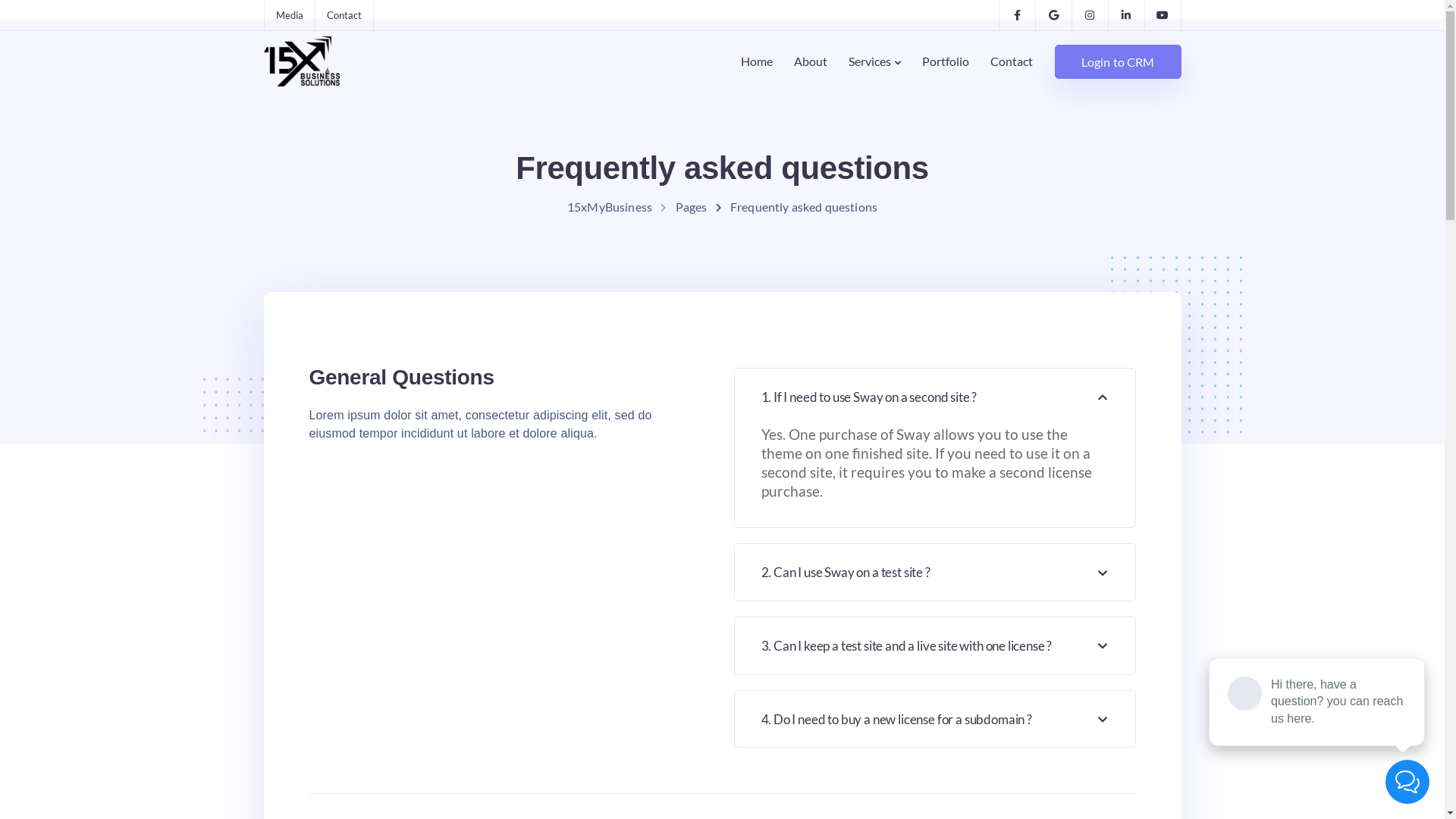 The width and height of the screenshot is (1456, 819). What do you see at coordinates (855, 492) in the screenshot?
I see `'CRM Comparison Tool'` at bounding box center [855, 492].